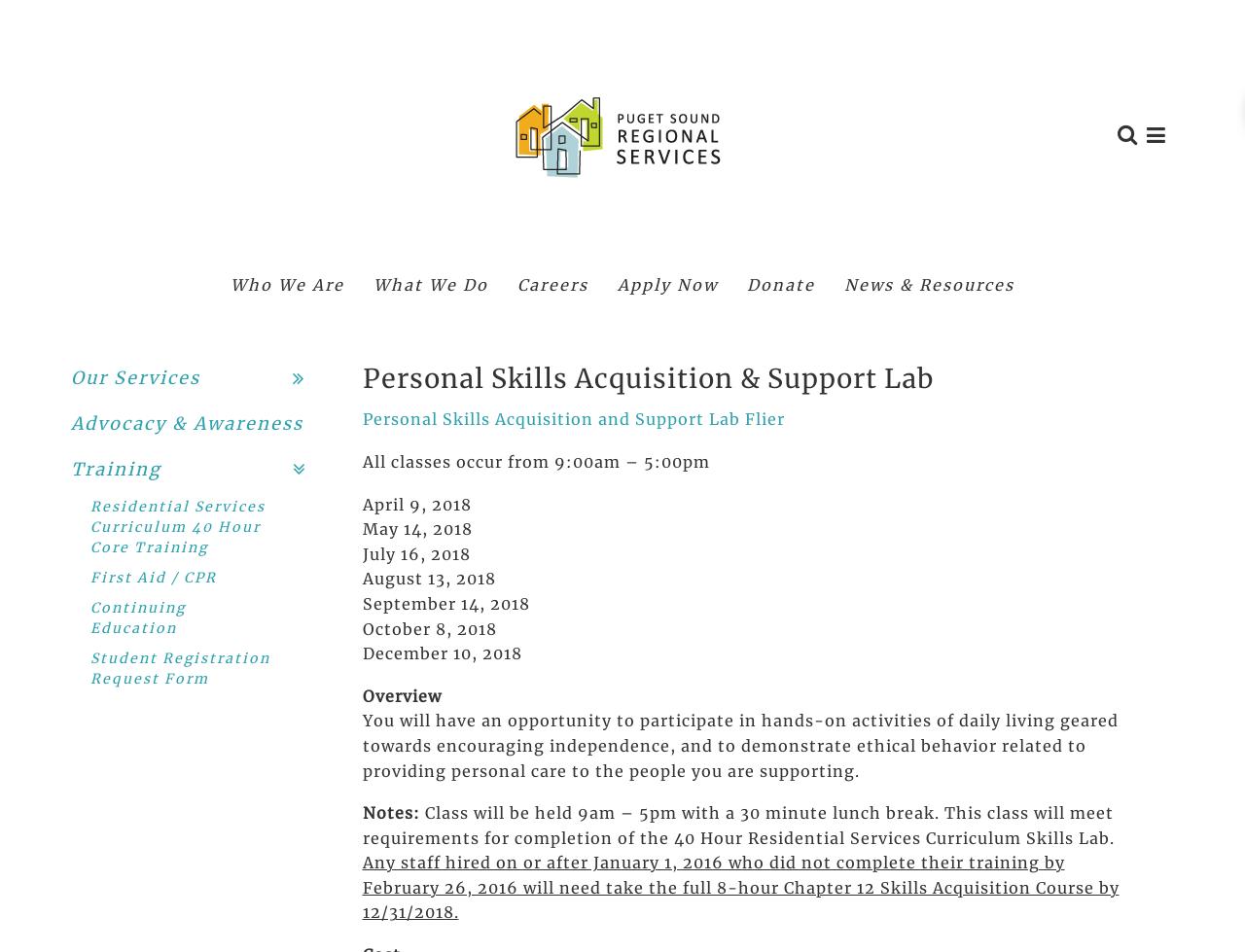 Image resolution: width=1245 pixels, height=952 pixels. Describe the element at coordinates (361, 602) in the screenshot. I see `'September 14, 2018'` at that location.